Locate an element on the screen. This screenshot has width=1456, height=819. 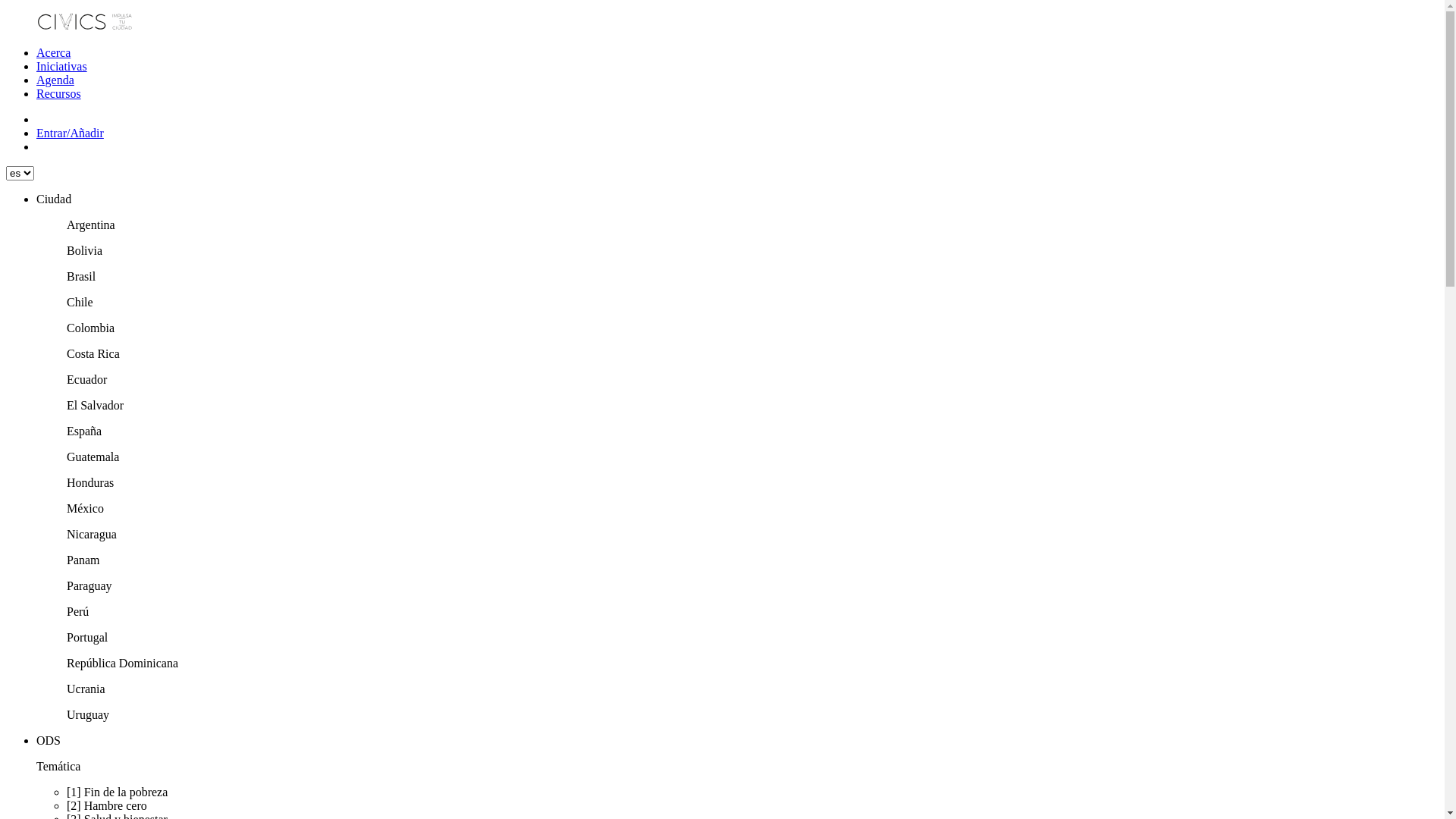
'Recursos' is located at coordinates (58, 93).